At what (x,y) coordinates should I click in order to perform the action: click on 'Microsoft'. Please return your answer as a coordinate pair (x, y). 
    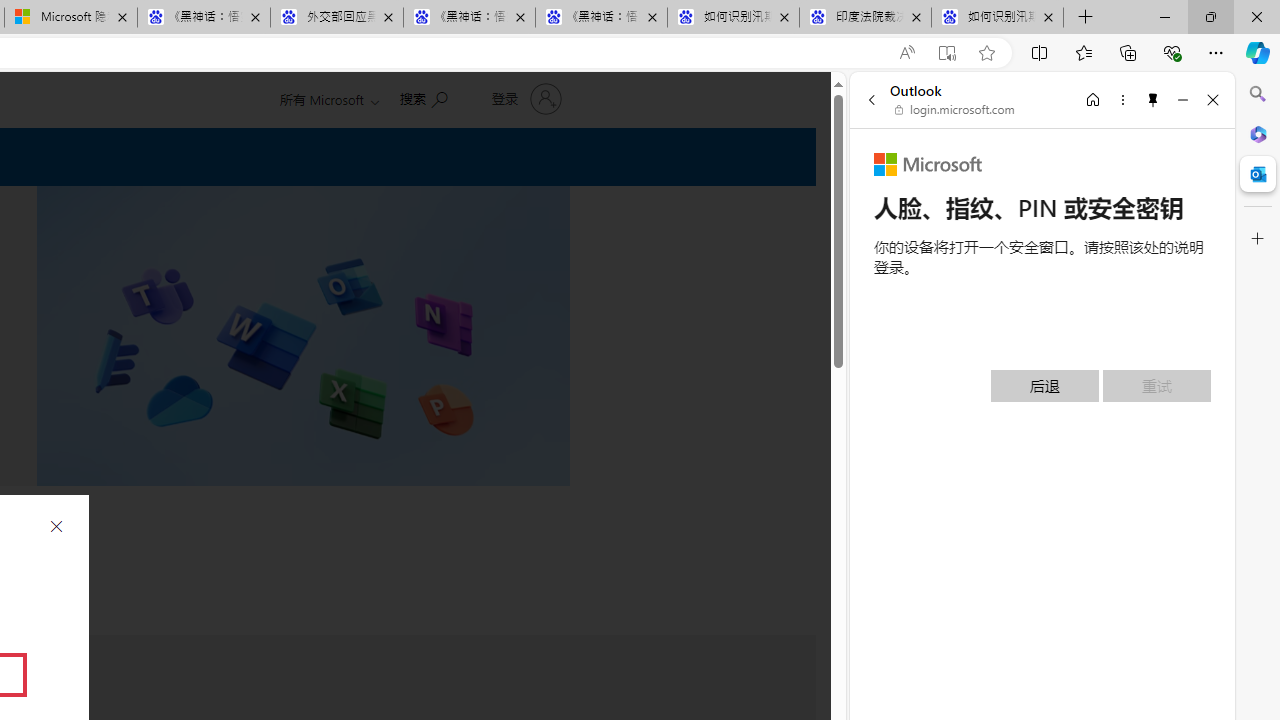
    Looking at the image, I should click on (927, 164).